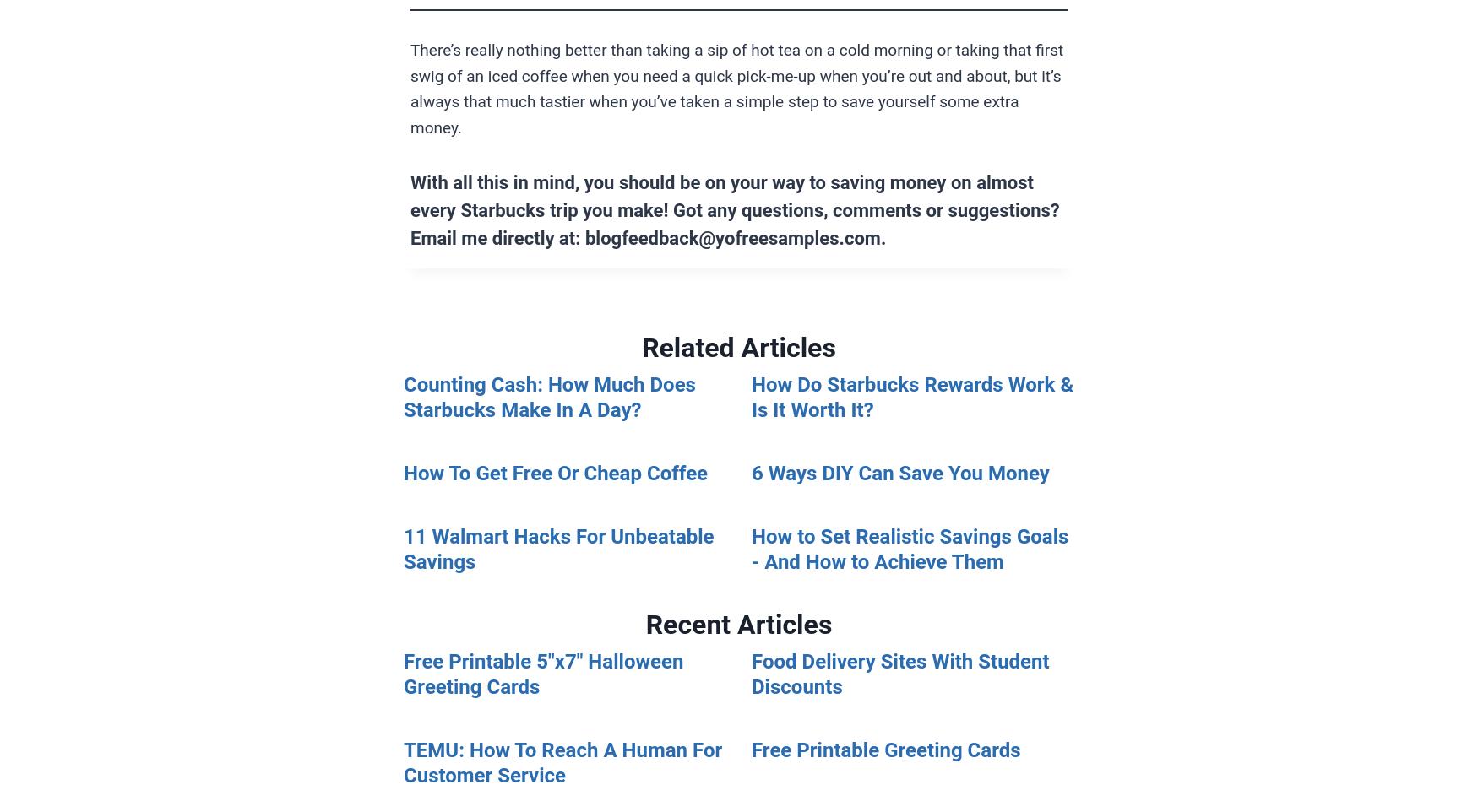 This screenshot has width=1478, height=812. I want to click on 'How Do Starbucks Rewards Work & Is It Worth It?', so click(912, 397).